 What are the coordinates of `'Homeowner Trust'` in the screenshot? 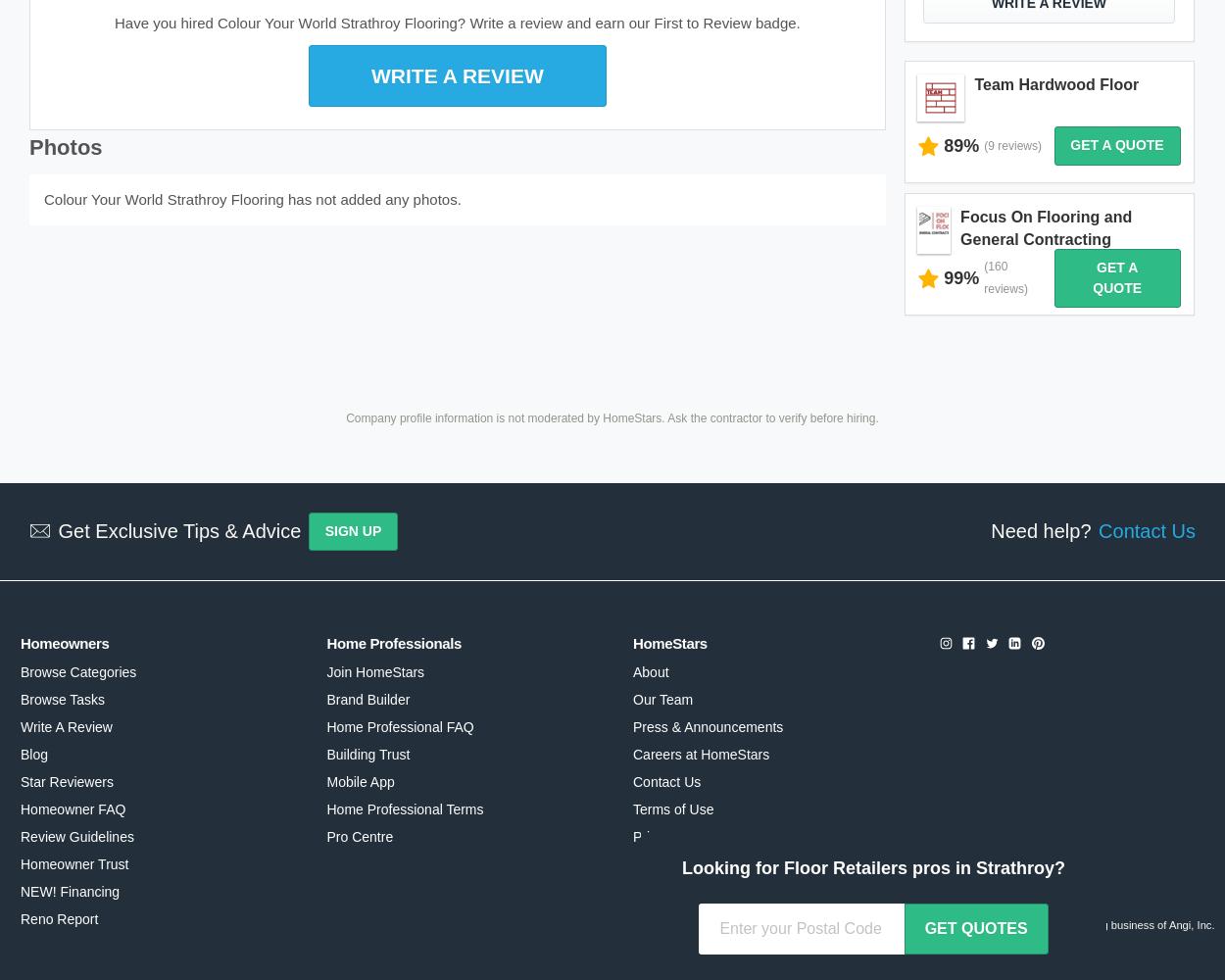 It's located at (73, 864).